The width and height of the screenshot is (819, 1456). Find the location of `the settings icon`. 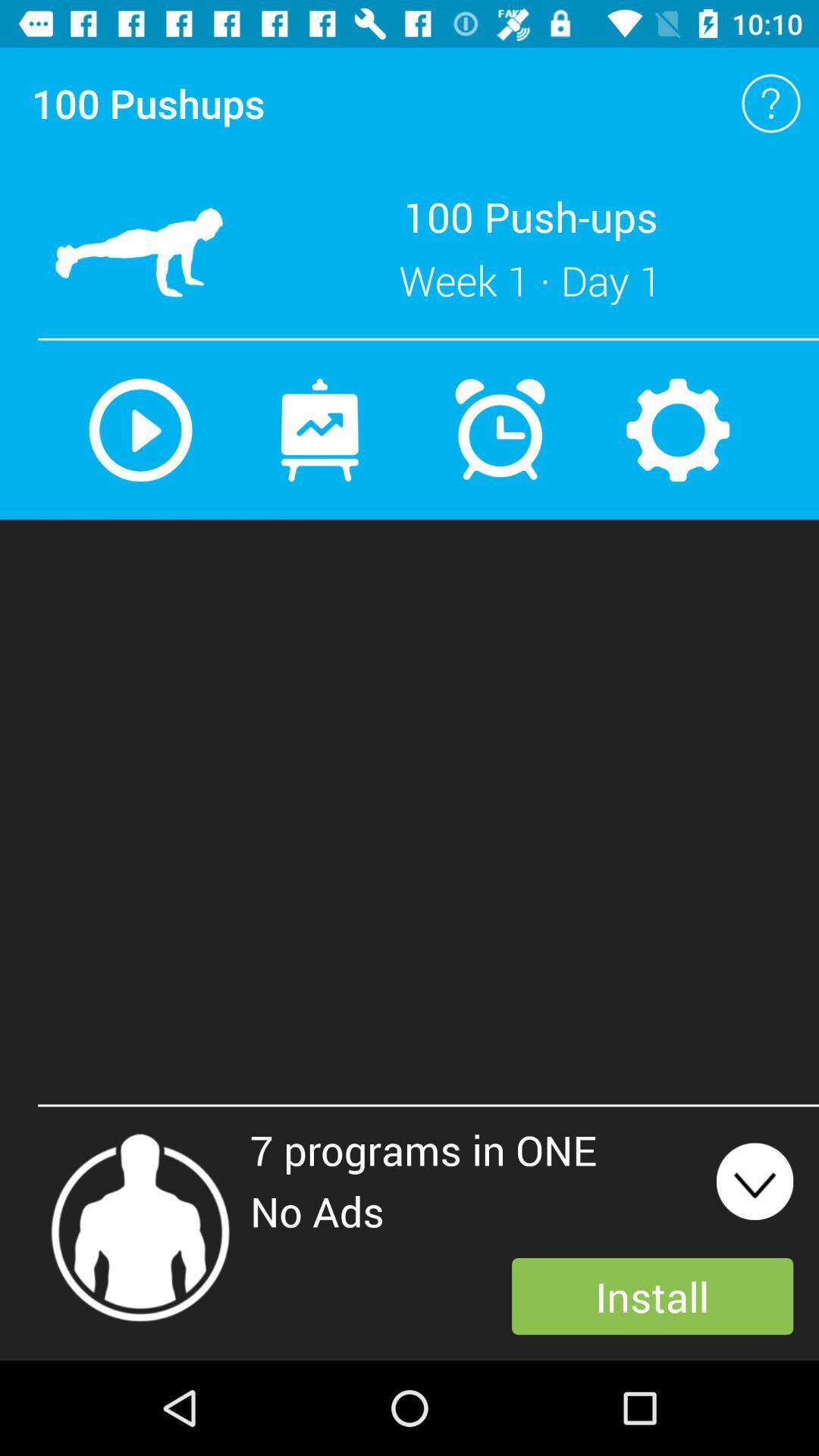

the settings icon is located at coordinates (677, 429).